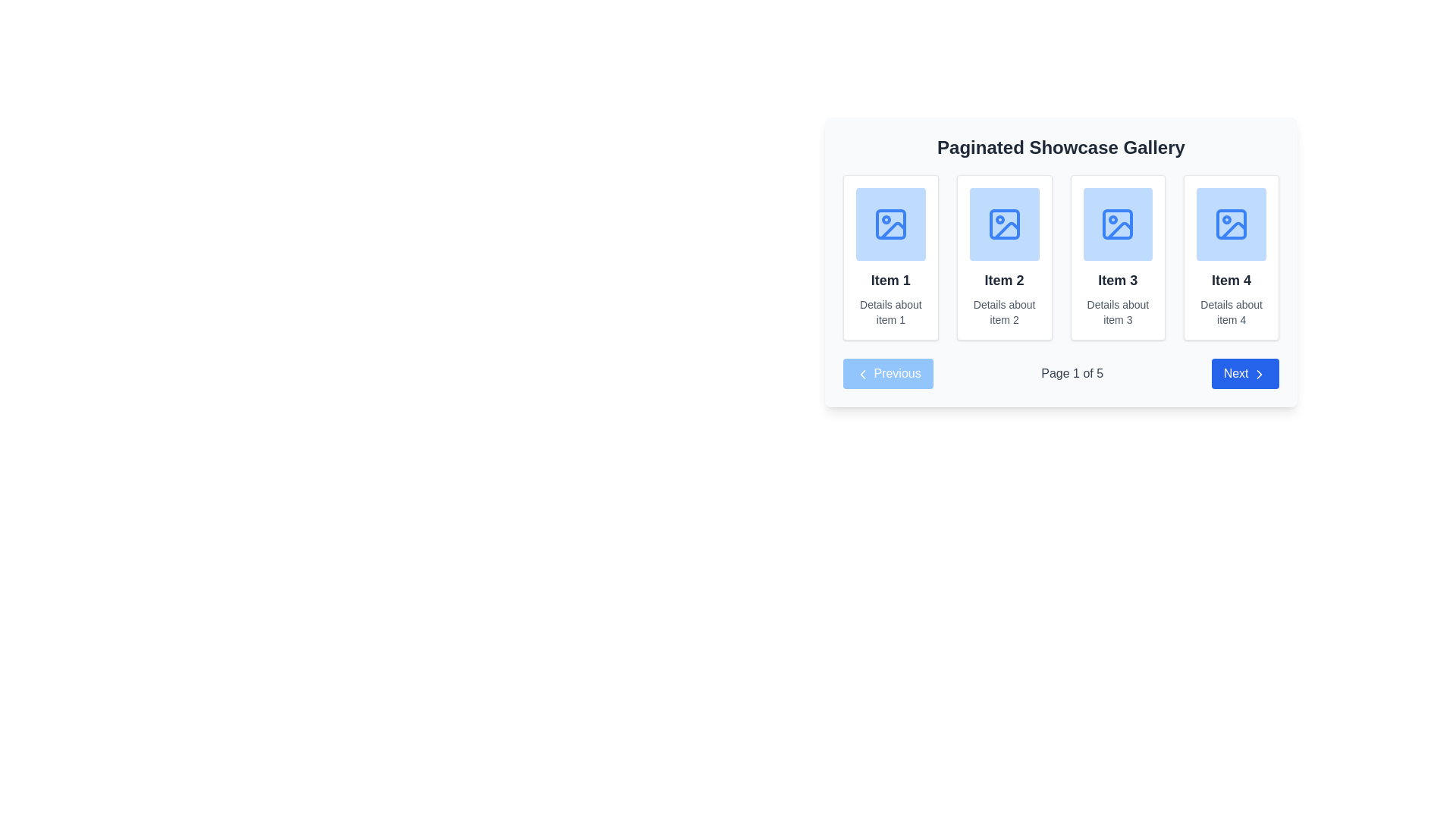  I want to click on the blue stylized icon located at the top-center of the first card titled 'Item 1', which features a circular element in the upper-left corner and a landscape suggestion at the bottom, so click(890, 224).